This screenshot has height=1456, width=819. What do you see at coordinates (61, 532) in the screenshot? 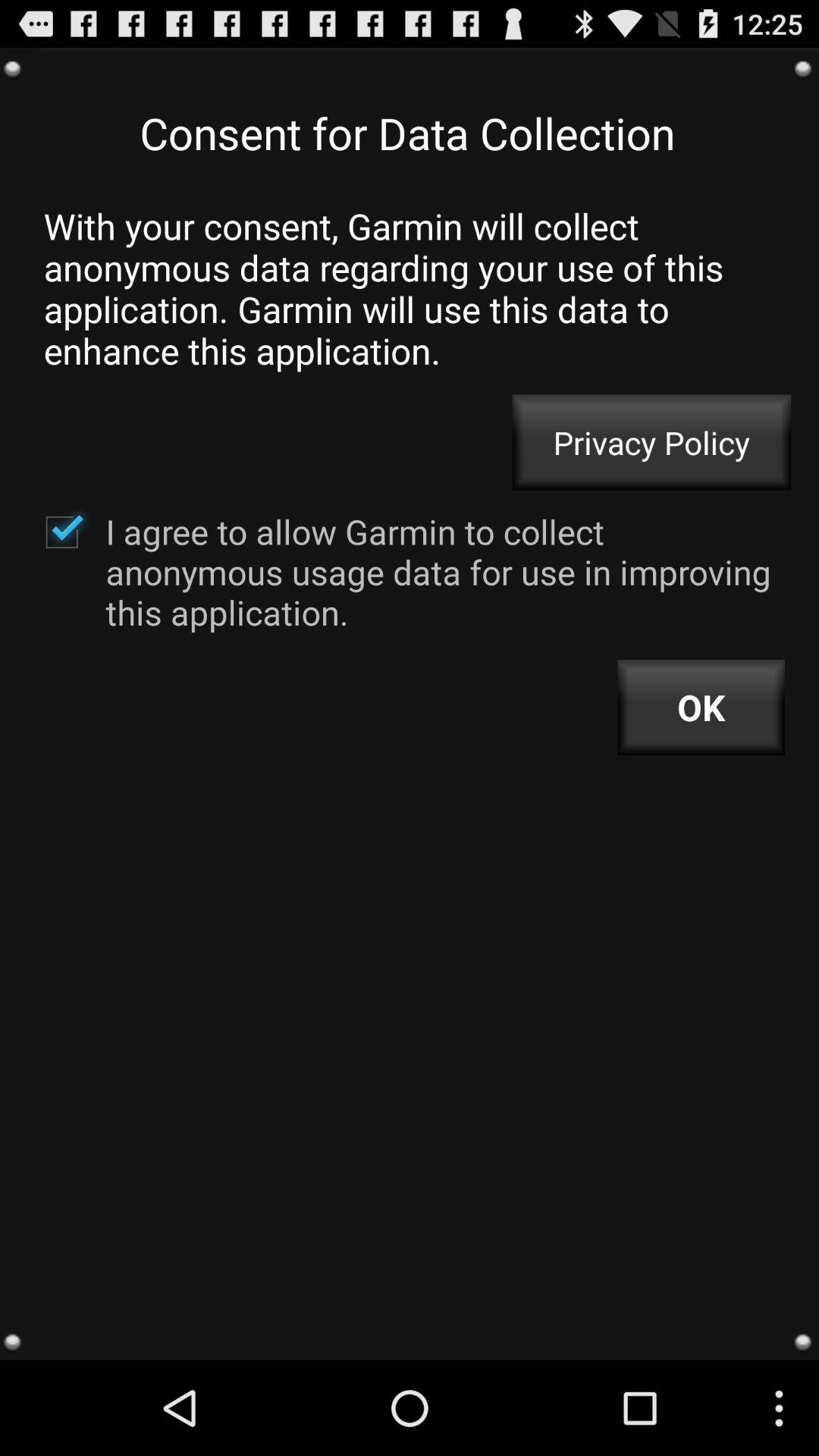
I see `to agree or unselect for no agree` at bounding box center [61, 532].